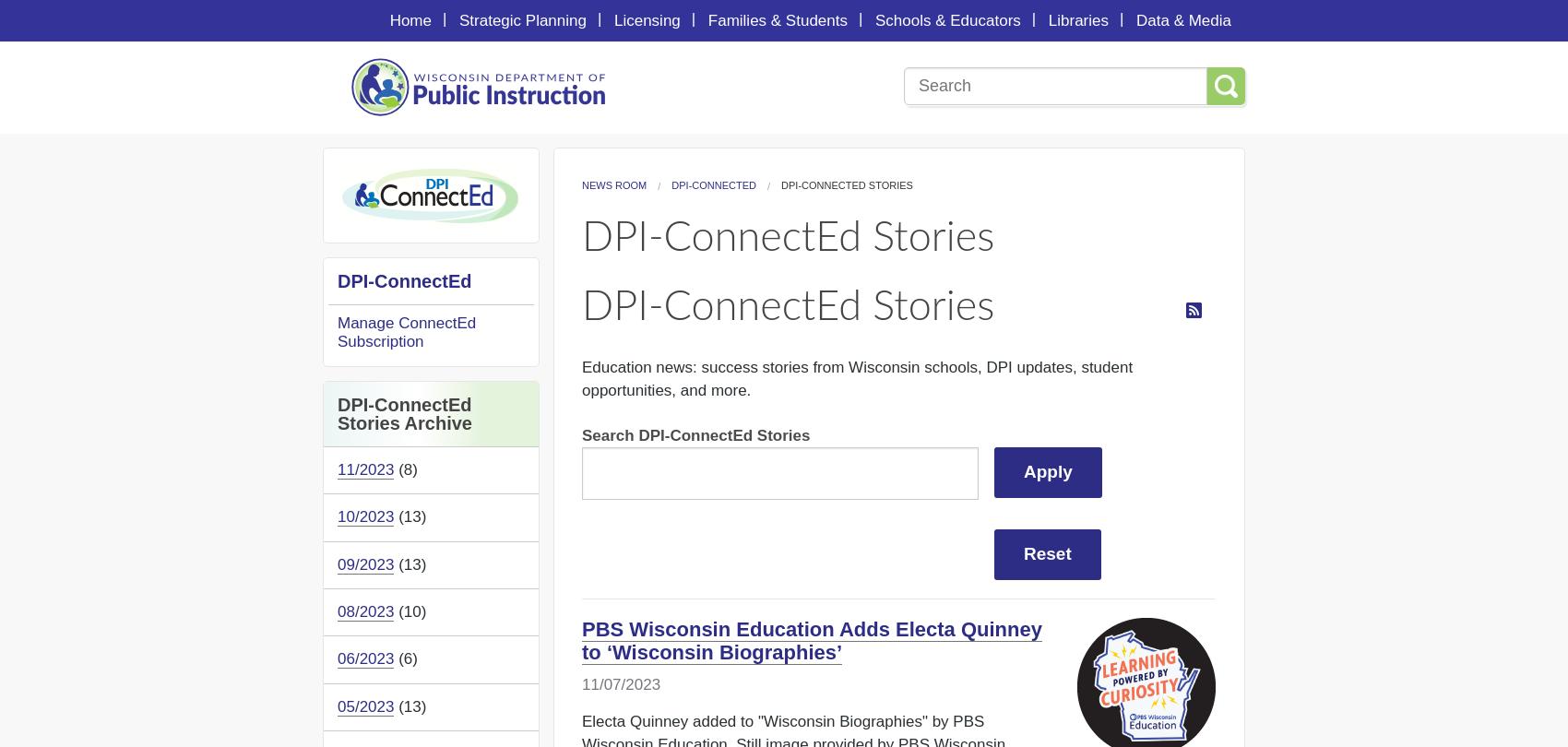  Describe the element at coordinates (364, 658) in the screenshot. I see `'06/2023'` at that location.